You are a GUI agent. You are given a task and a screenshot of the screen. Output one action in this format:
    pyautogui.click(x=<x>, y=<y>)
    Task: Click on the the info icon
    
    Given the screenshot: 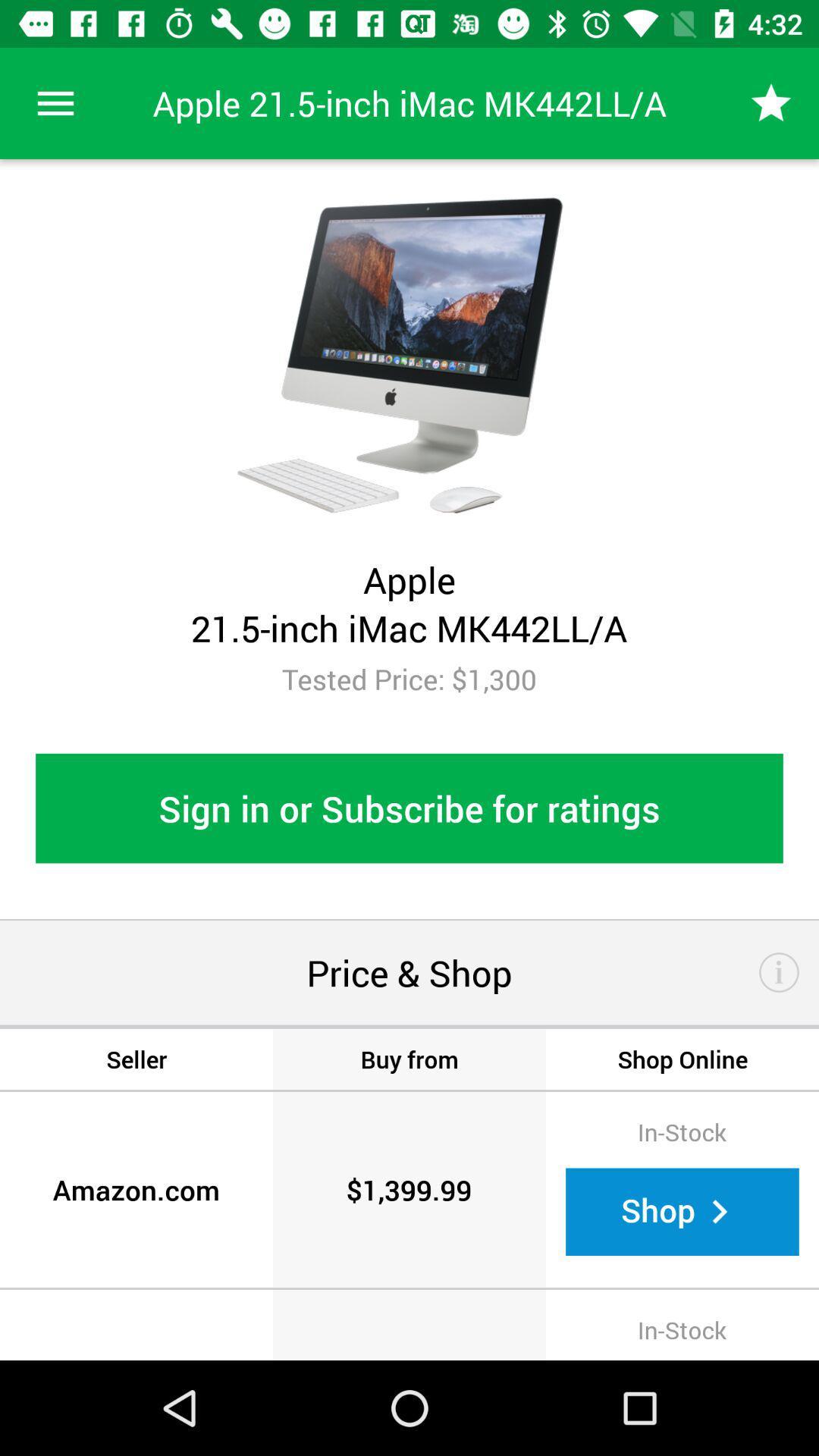 What is the action you would take?
    pyautogui.click(x=779, y=972)
    